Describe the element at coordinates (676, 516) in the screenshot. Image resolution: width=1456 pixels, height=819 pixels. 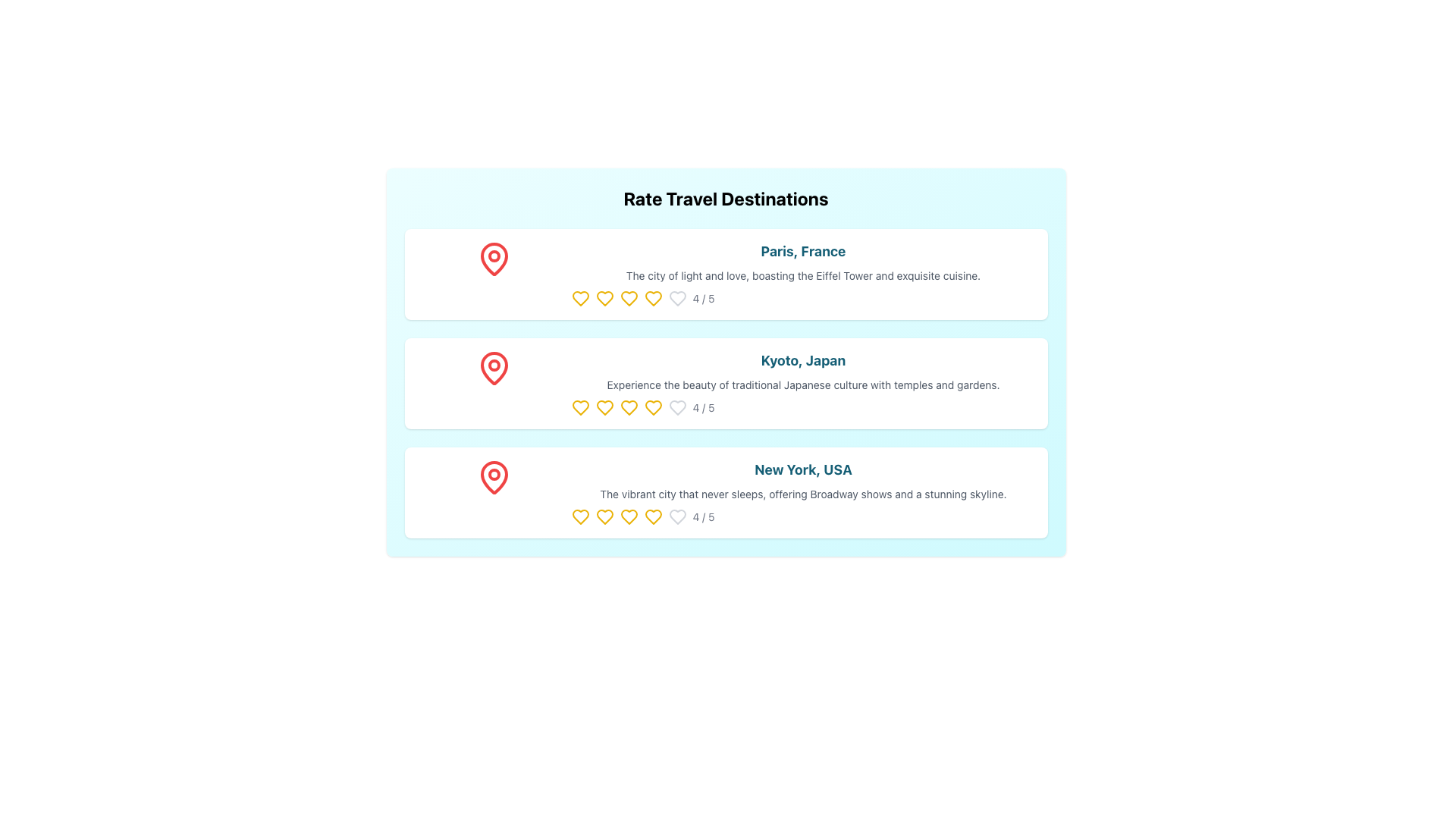
I see `the fifth heart icon in the series of six hearts under the 'New York, USA' card` at that location.